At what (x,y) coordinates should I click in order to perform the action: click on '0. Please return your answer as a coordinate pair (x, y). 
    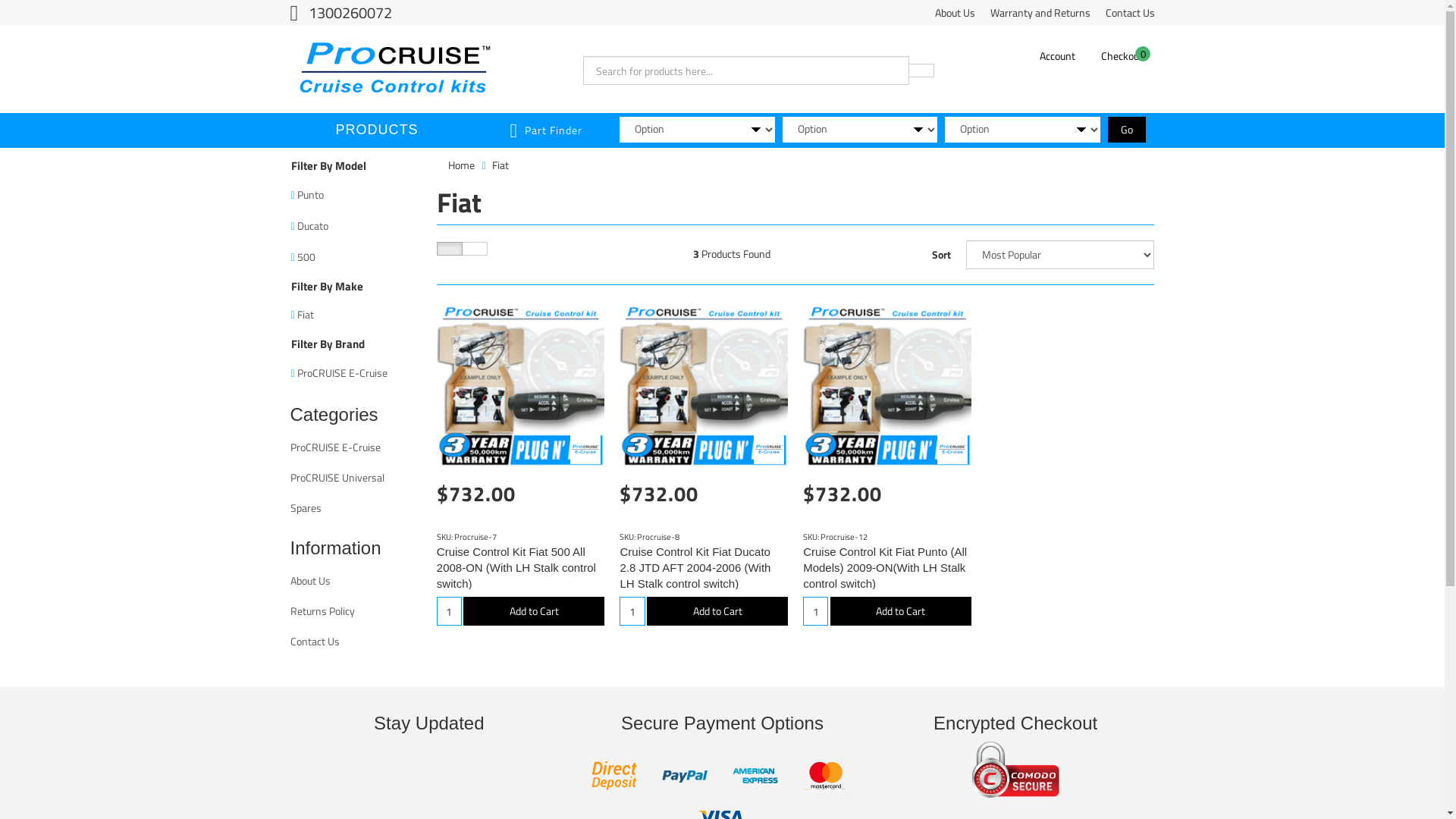
    Looking at the image, I should click on (1122, 55).